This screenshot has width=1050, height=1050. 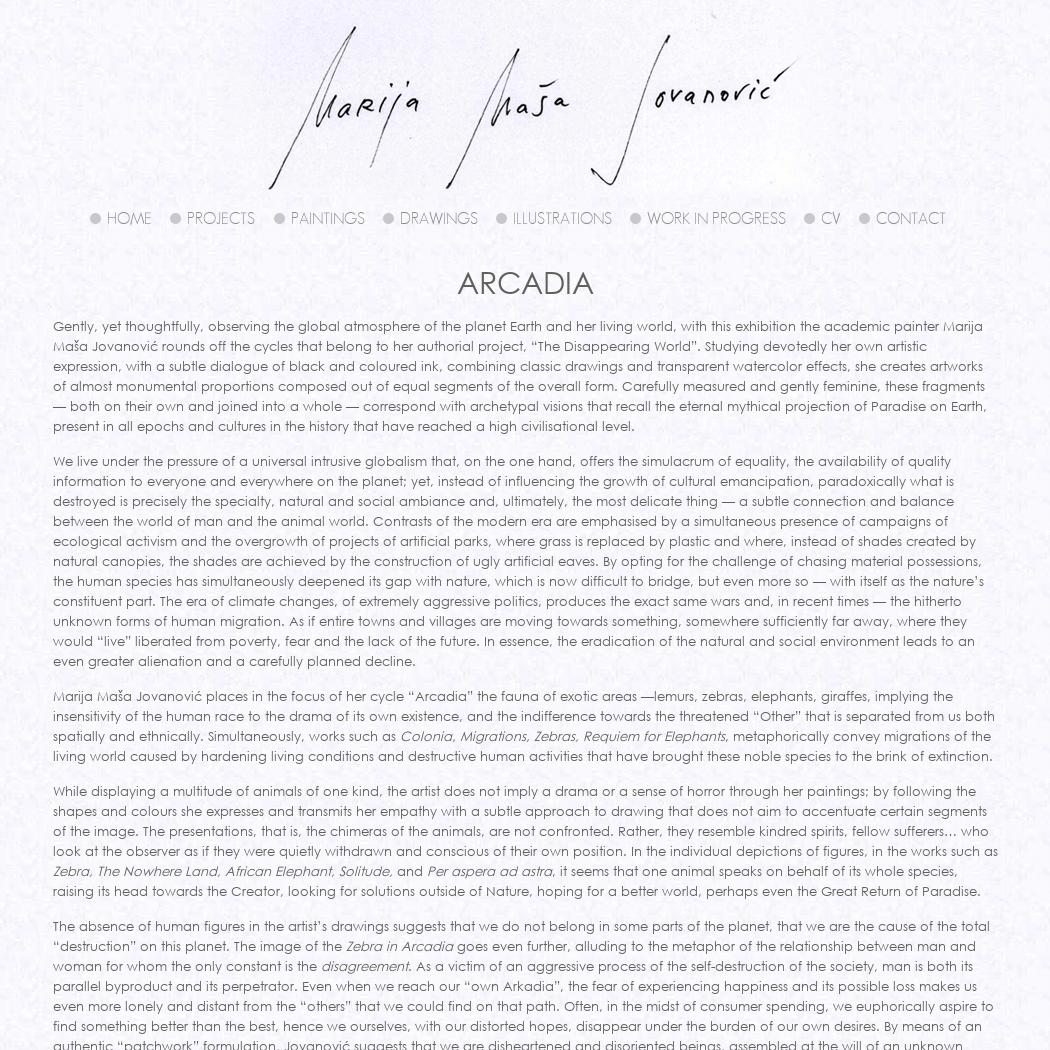 What do you see at coordinates (50, 935) in the screenshot?
I see `'The absence of human figures in the artist’s drawings suggests that we do not belong in some parts of the planet, that we are the cause of the total “destruction” on this planet. The image of the'` at bounding box center [50, 935].